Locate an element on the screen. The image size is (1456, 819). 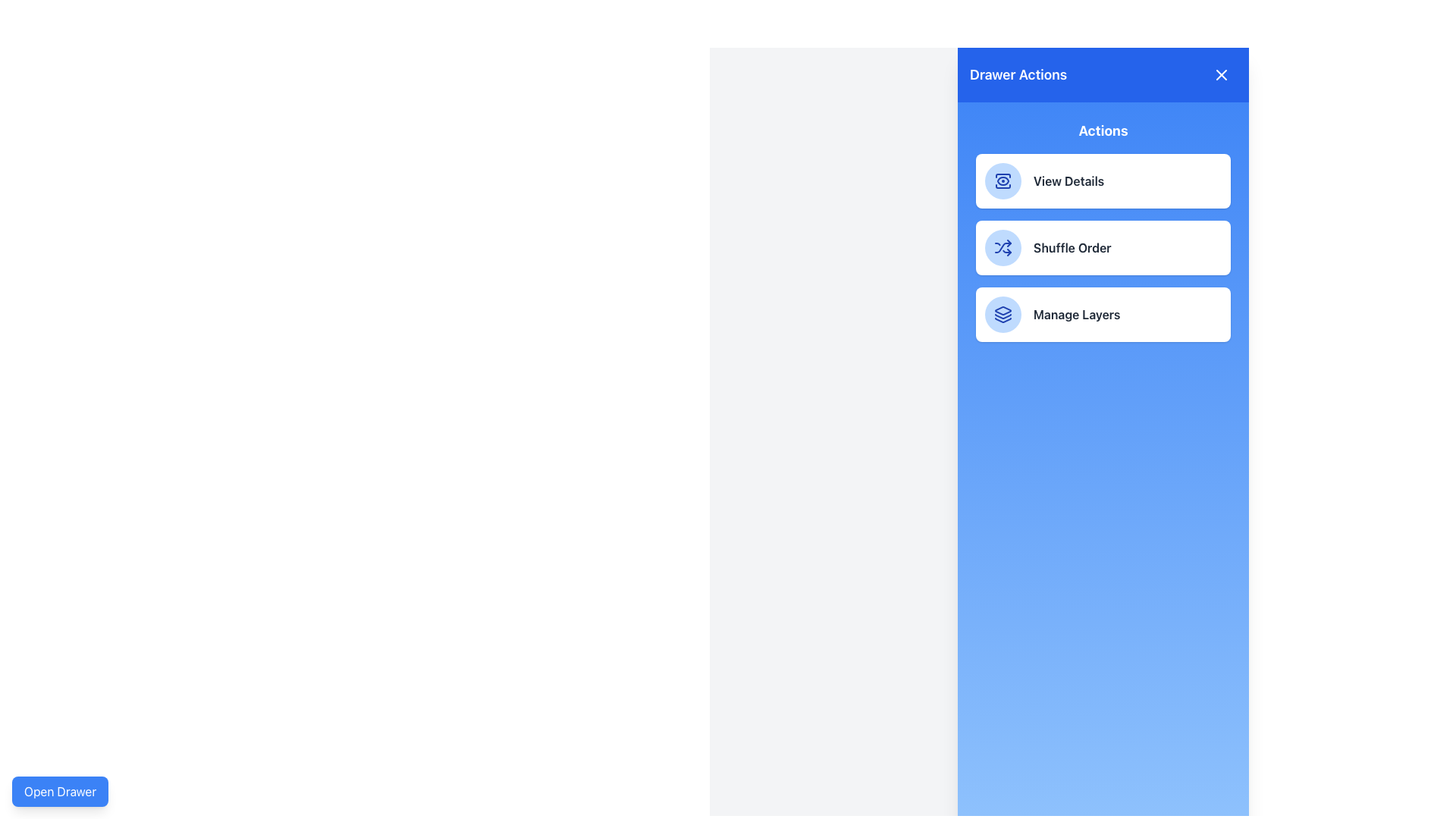
the static text element located within the first of three vertically aligned buttons in the drawer, positioned to the right of an icon is located at coordinates (1068, 180).